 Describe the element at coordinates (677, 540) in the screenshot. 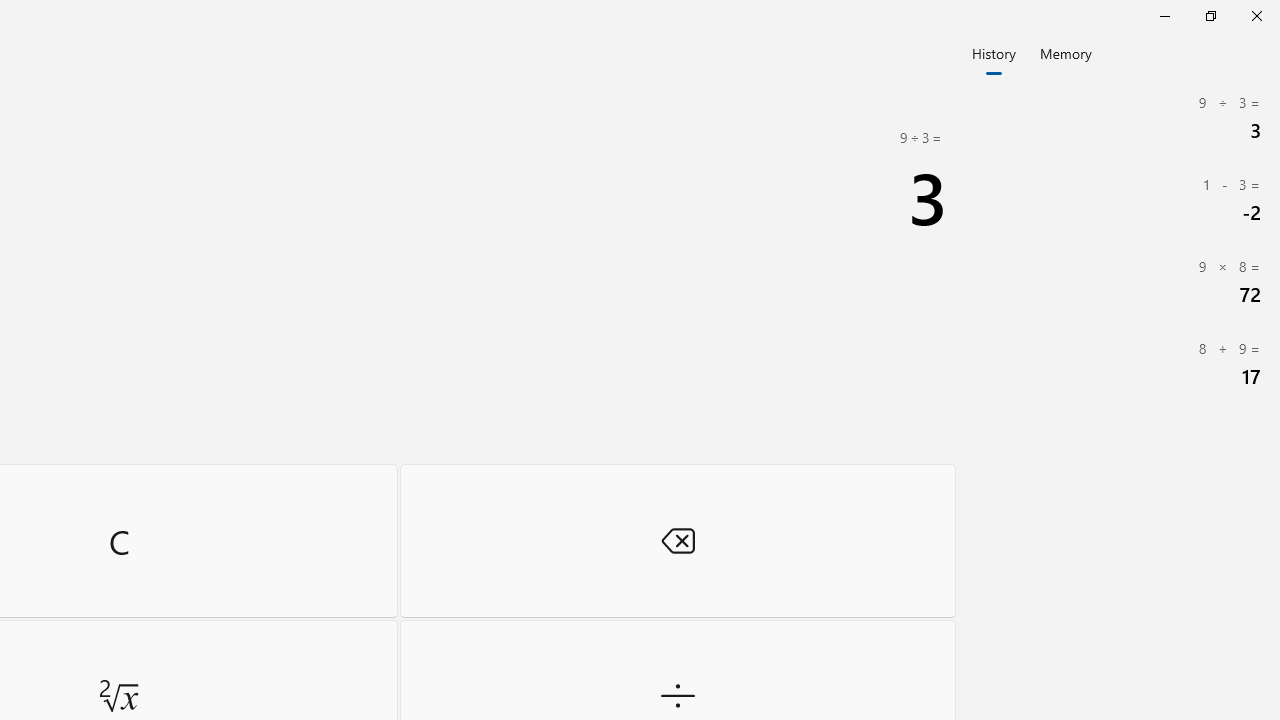

I see `'Backspace'` at that location.